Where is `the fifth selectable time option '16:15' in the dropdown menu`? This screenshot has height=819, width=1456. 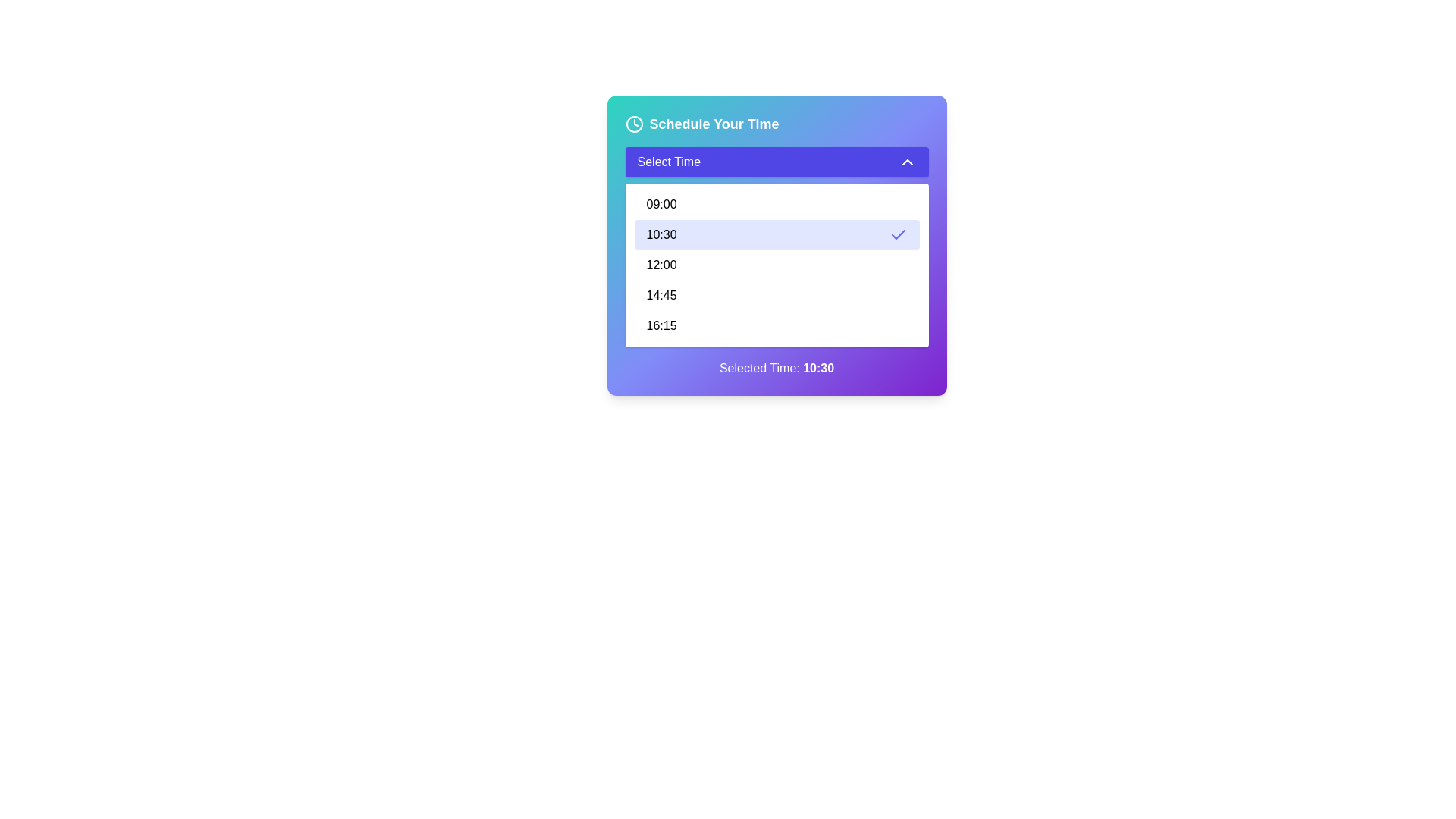 the fifth selectable time option '16:15' in the dropdown menu is located at coordinates (777, 325).